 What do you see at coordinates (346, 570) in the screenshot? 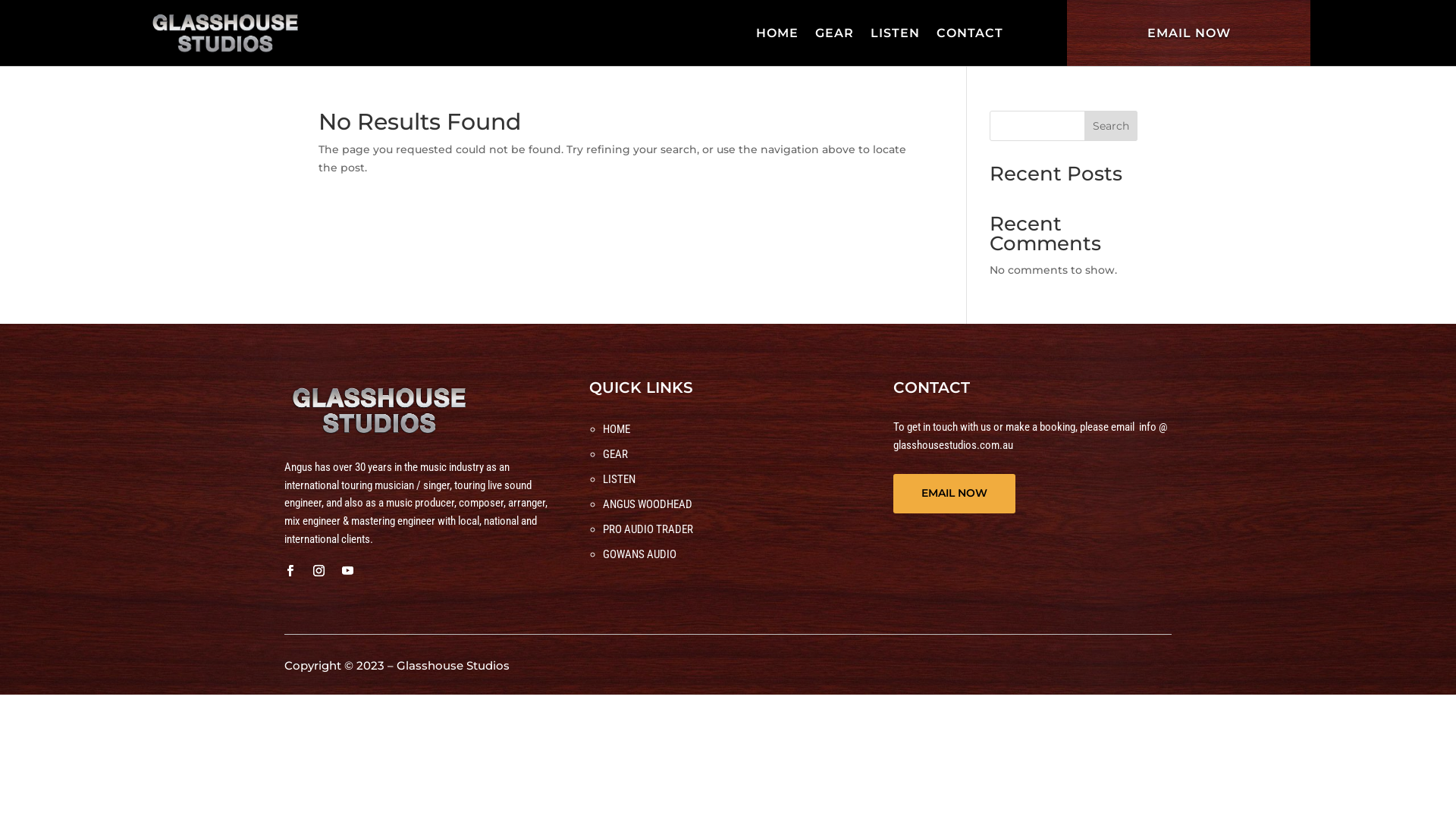
I see `'Follow on Youtube'` at bounding box center [346, 570].